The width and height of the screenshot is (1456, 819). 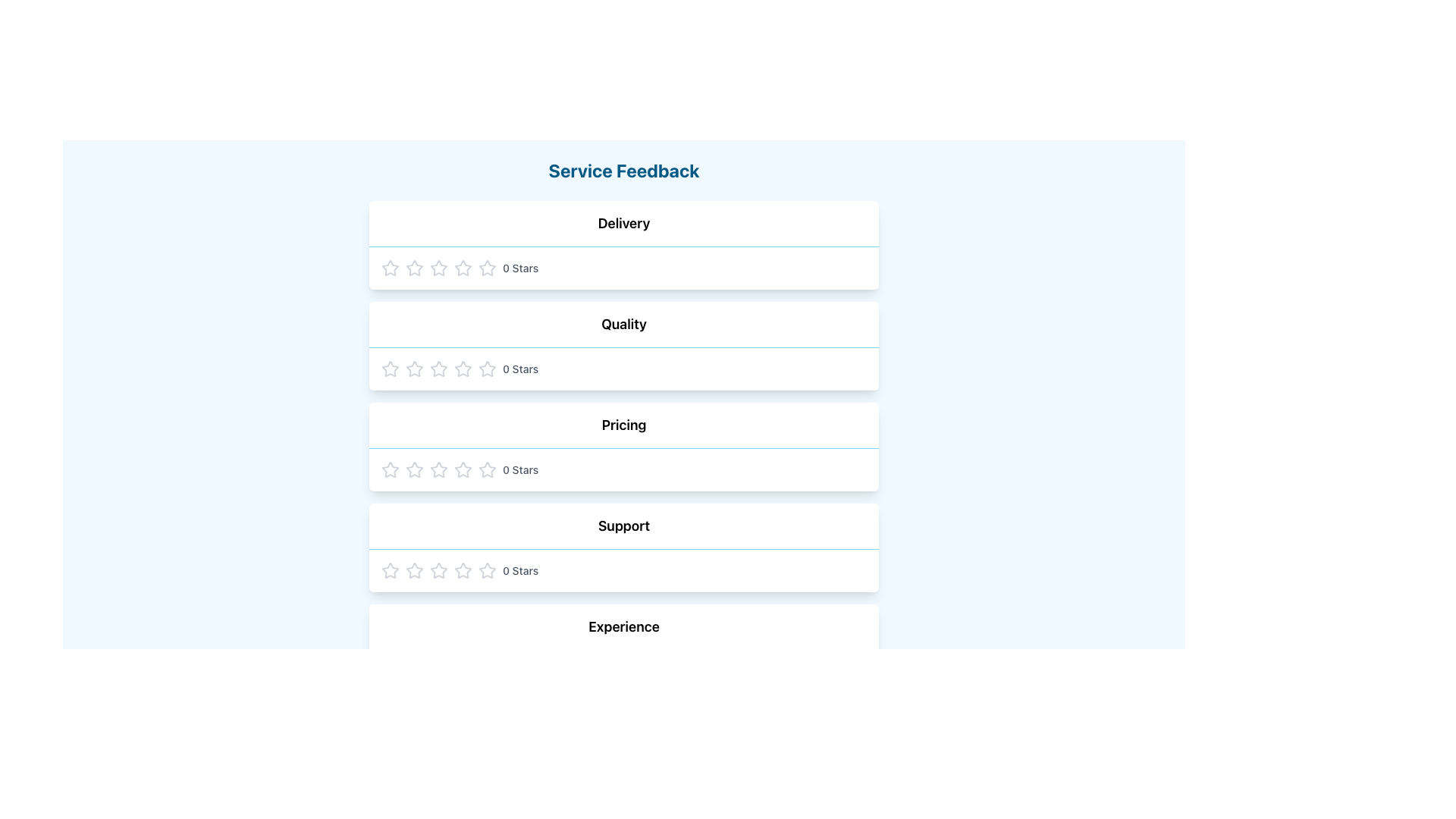 What do you see at coordinates (415, 469) in the screenshot?
I see `the second star icon in the rating system for the 'Pricing' category to interact with it` at bounding box center [415, 469].